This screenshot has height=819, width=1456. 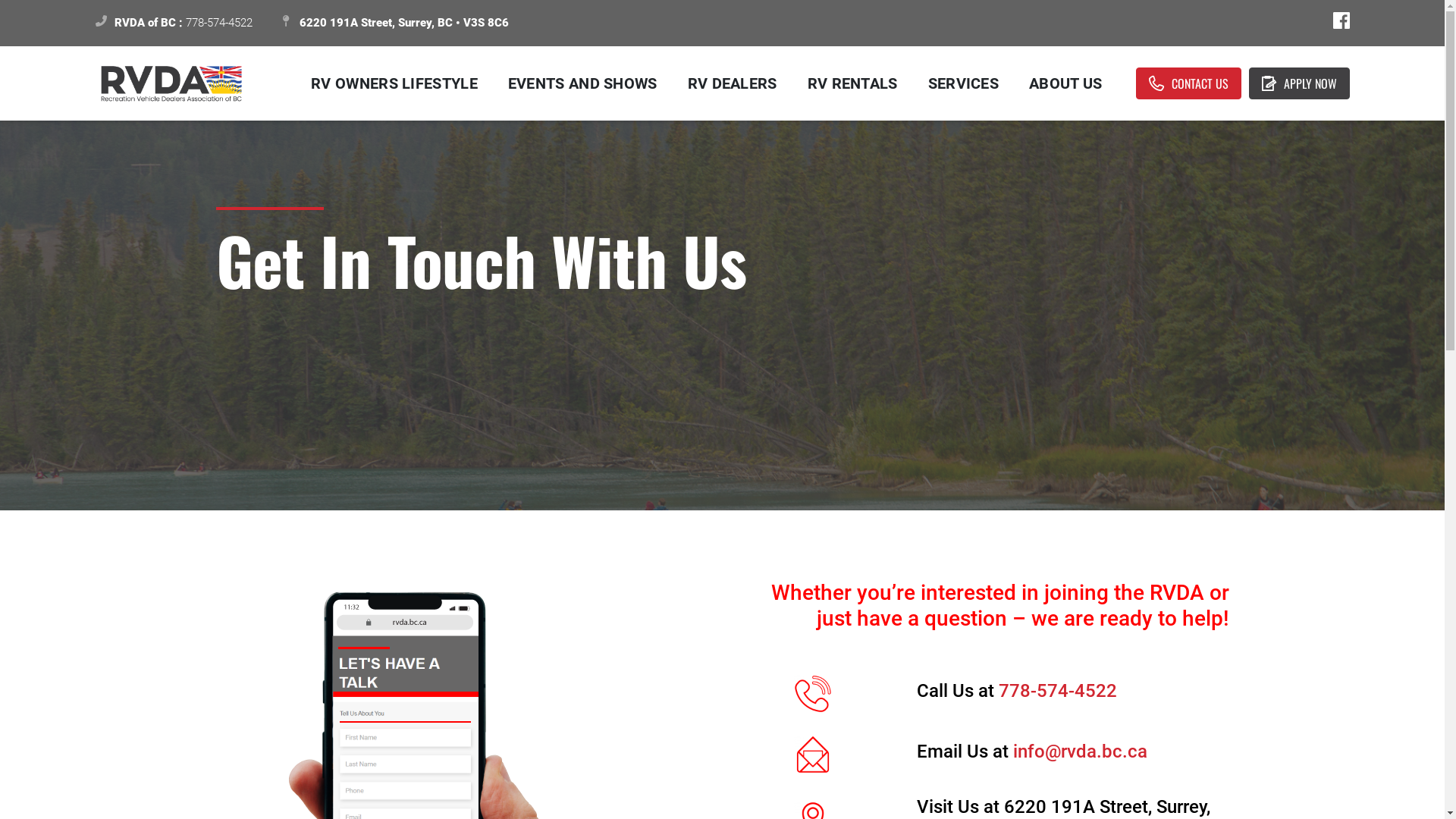 What do you see at coordinates (1014, 83) in the screenshot?
I see `'ABOUT US'` at bounding box center [1014, 83].